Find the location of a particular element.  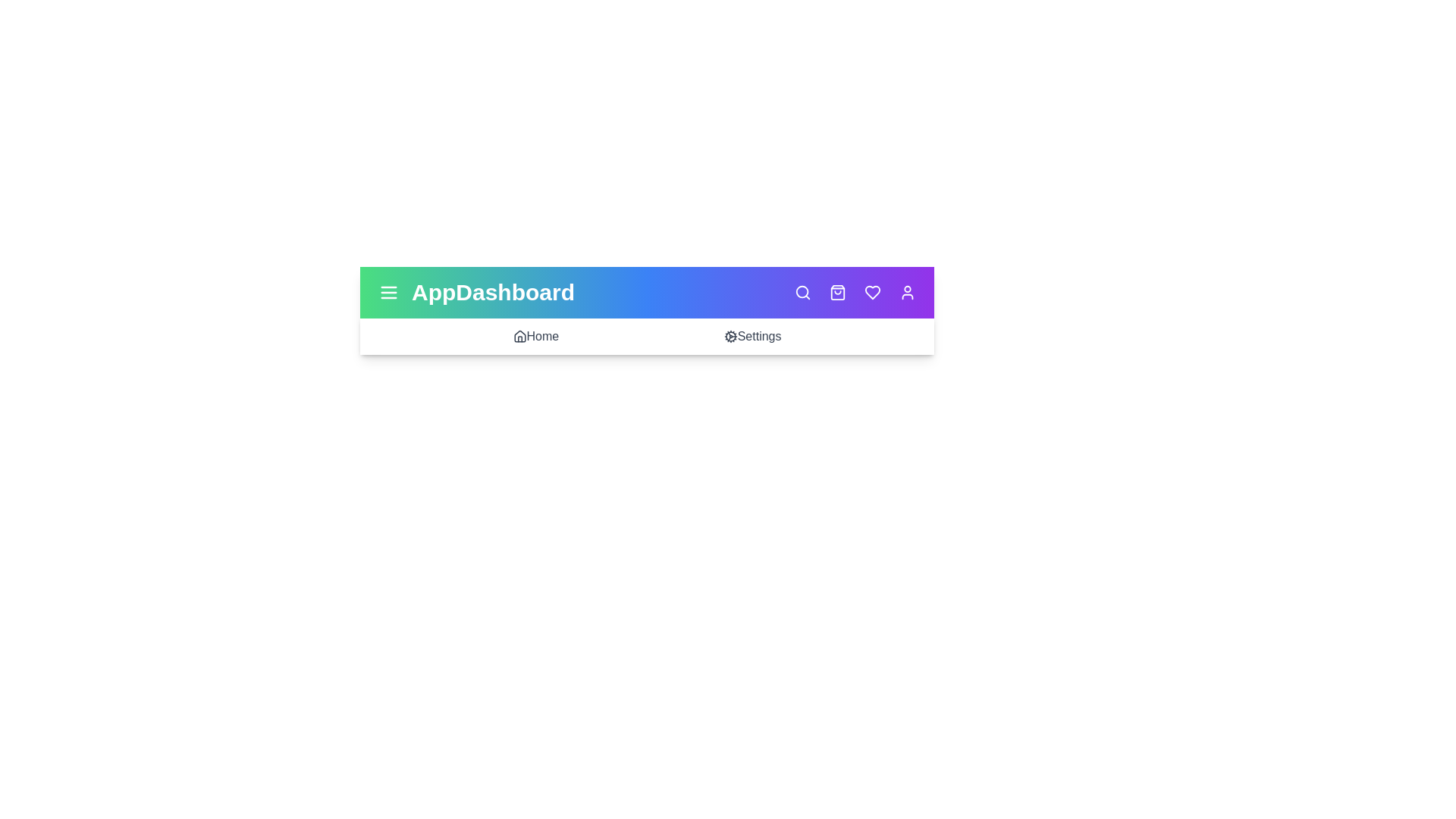

the menu icon to toggle the menu visibility is located at coordinates (389, 292).